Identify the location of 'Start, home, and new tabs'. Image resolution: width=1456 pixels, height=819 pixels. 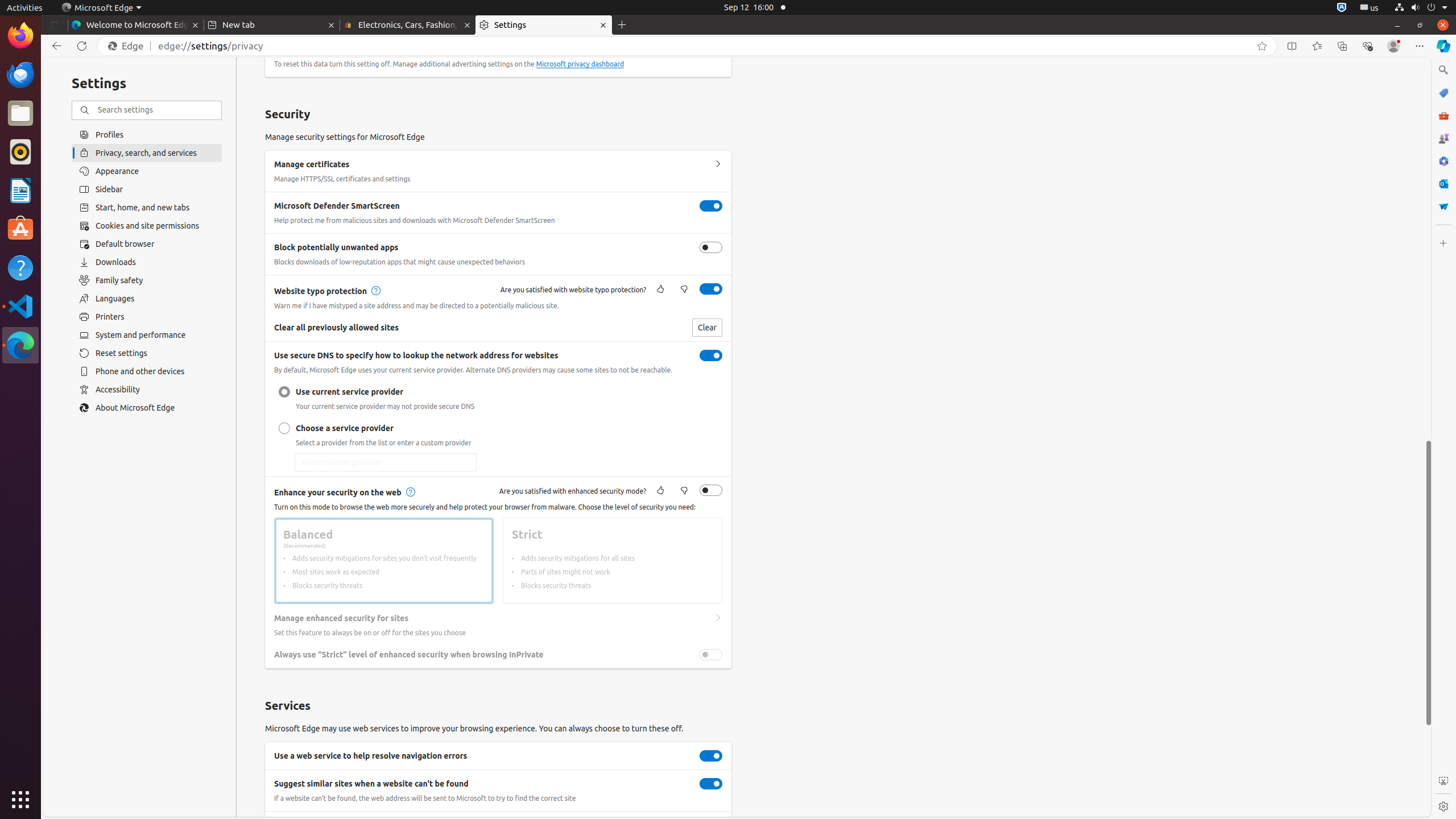
(146, 207).